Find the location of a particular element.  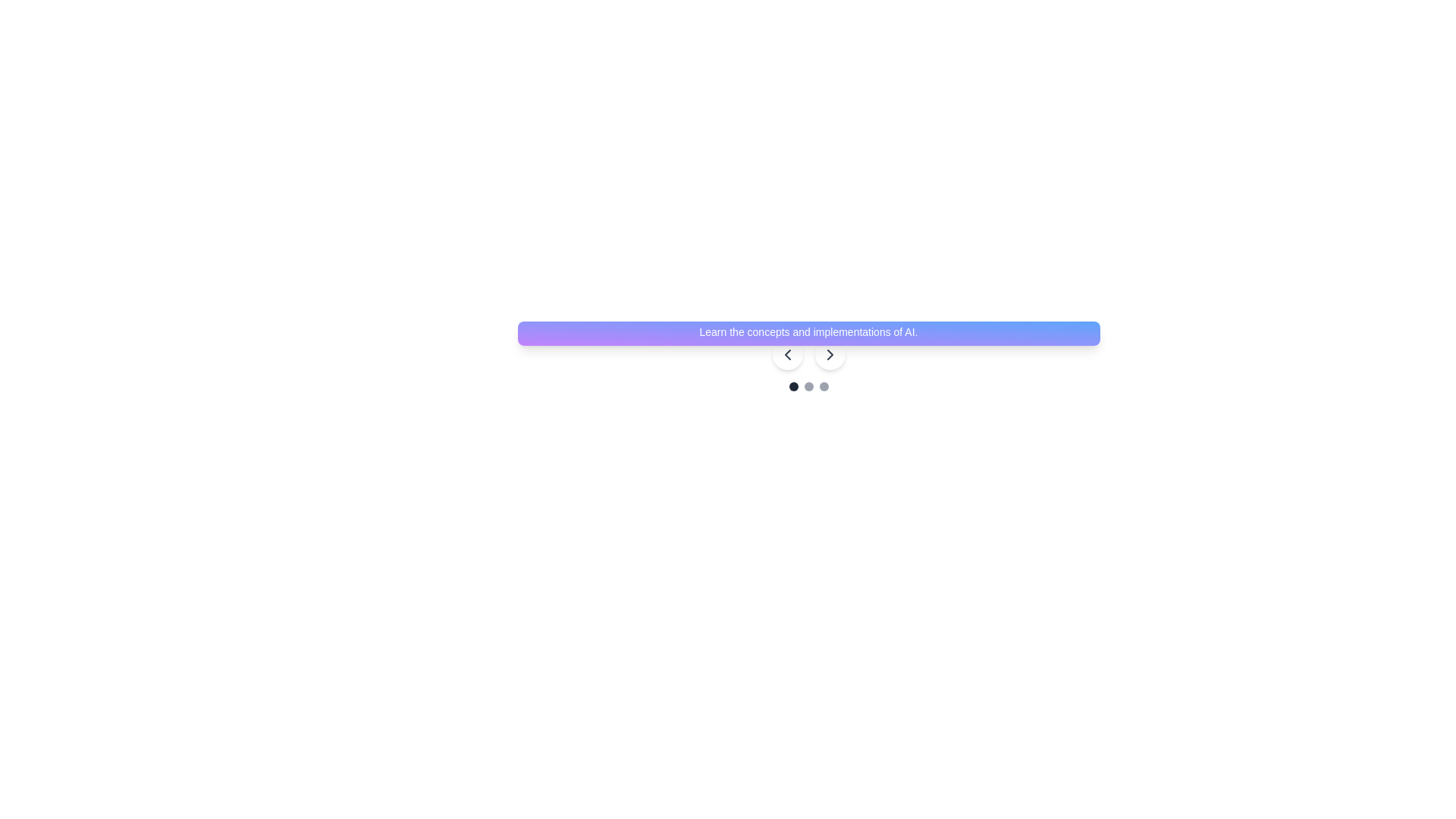

the left-facing chevron icon, which is displayed in a gray color within a circular white button, positioned centrally below the text 'Learn the concepts and implementations of AI.' is located at coordinates (787, 354).